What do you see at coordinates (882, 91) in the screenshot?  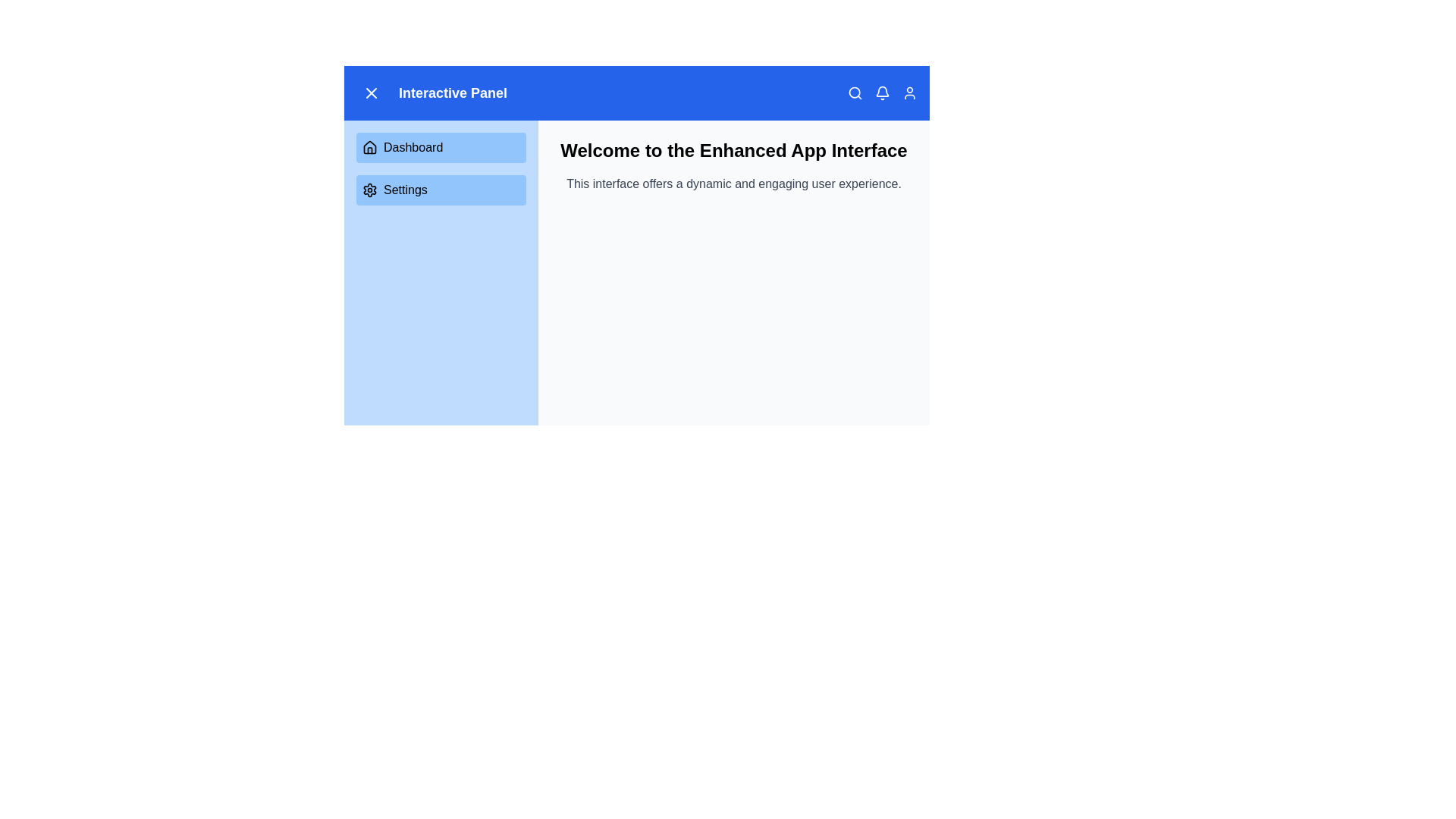 I see `the bell icon located in the top-right corner of the application's header bar, adjacent to the search and user profile icons` at bounding box center [882, 91].